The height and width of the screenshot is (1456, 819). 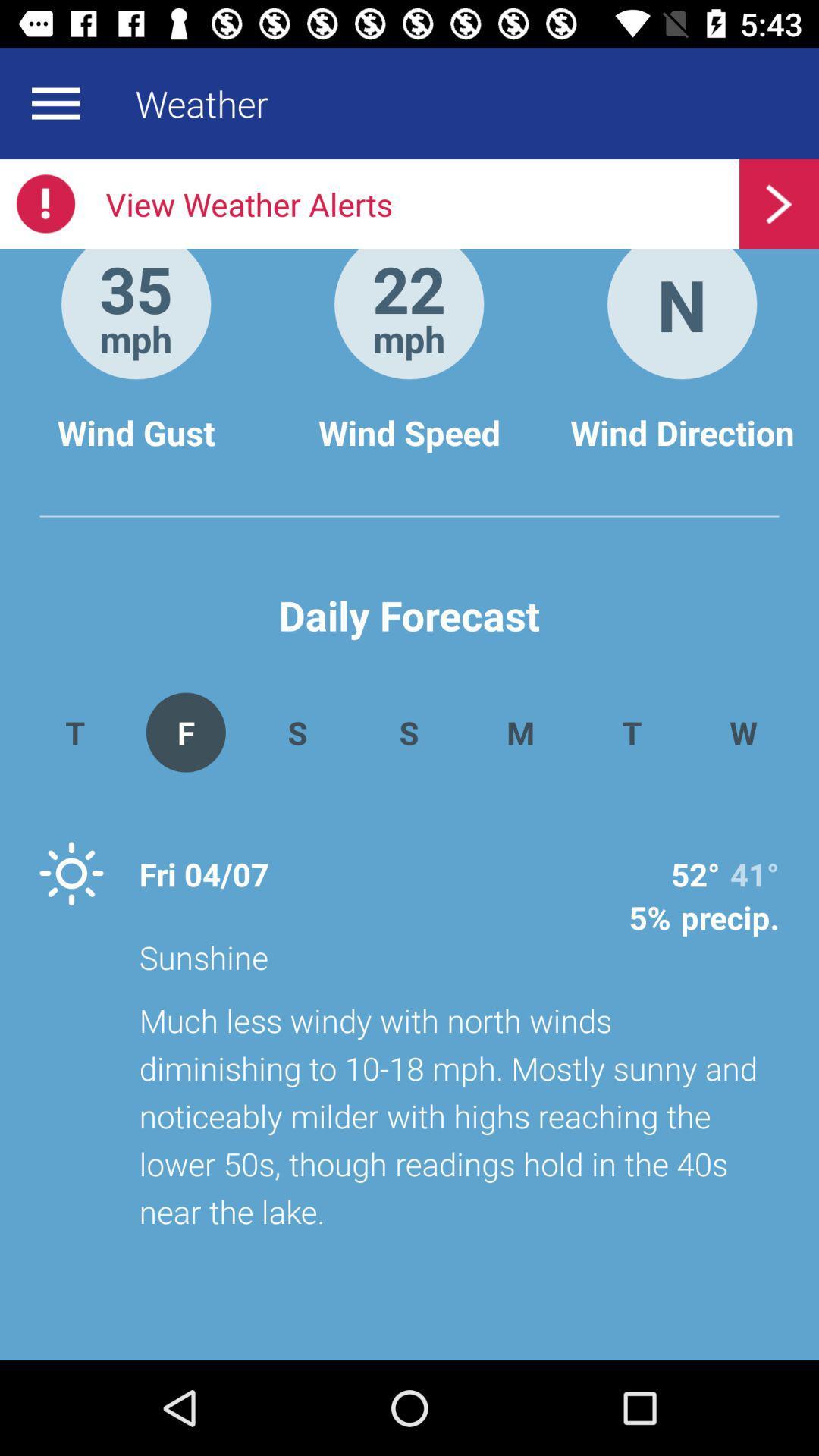 I want to click on the item to the right of t app, so click(x=185, y=732).